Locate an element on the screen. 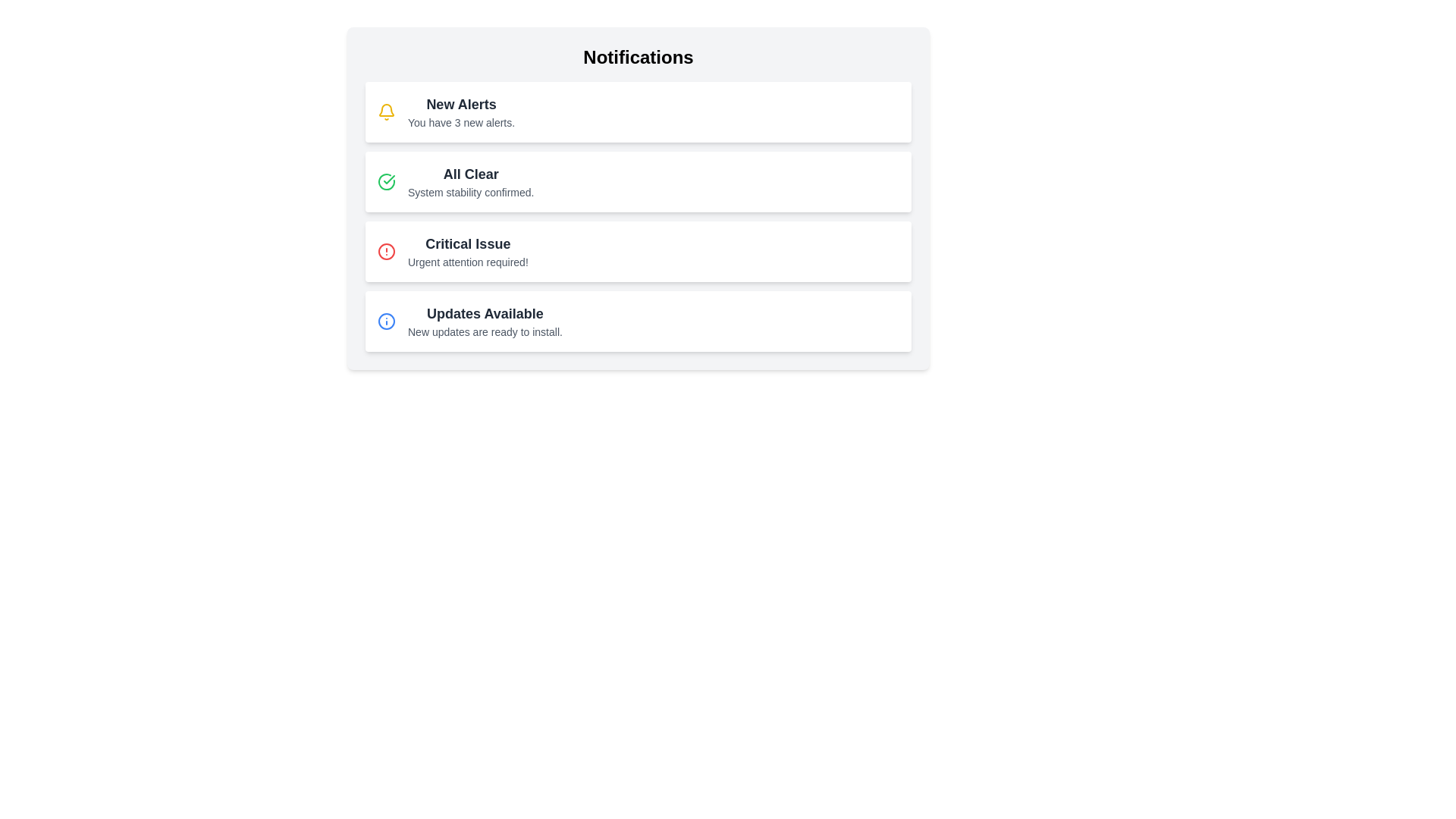  the text label that provides additional information about the number of new alerts, located directly beneath the 'New Alerts' title within the first notification card is located at coordinates (460, 122).